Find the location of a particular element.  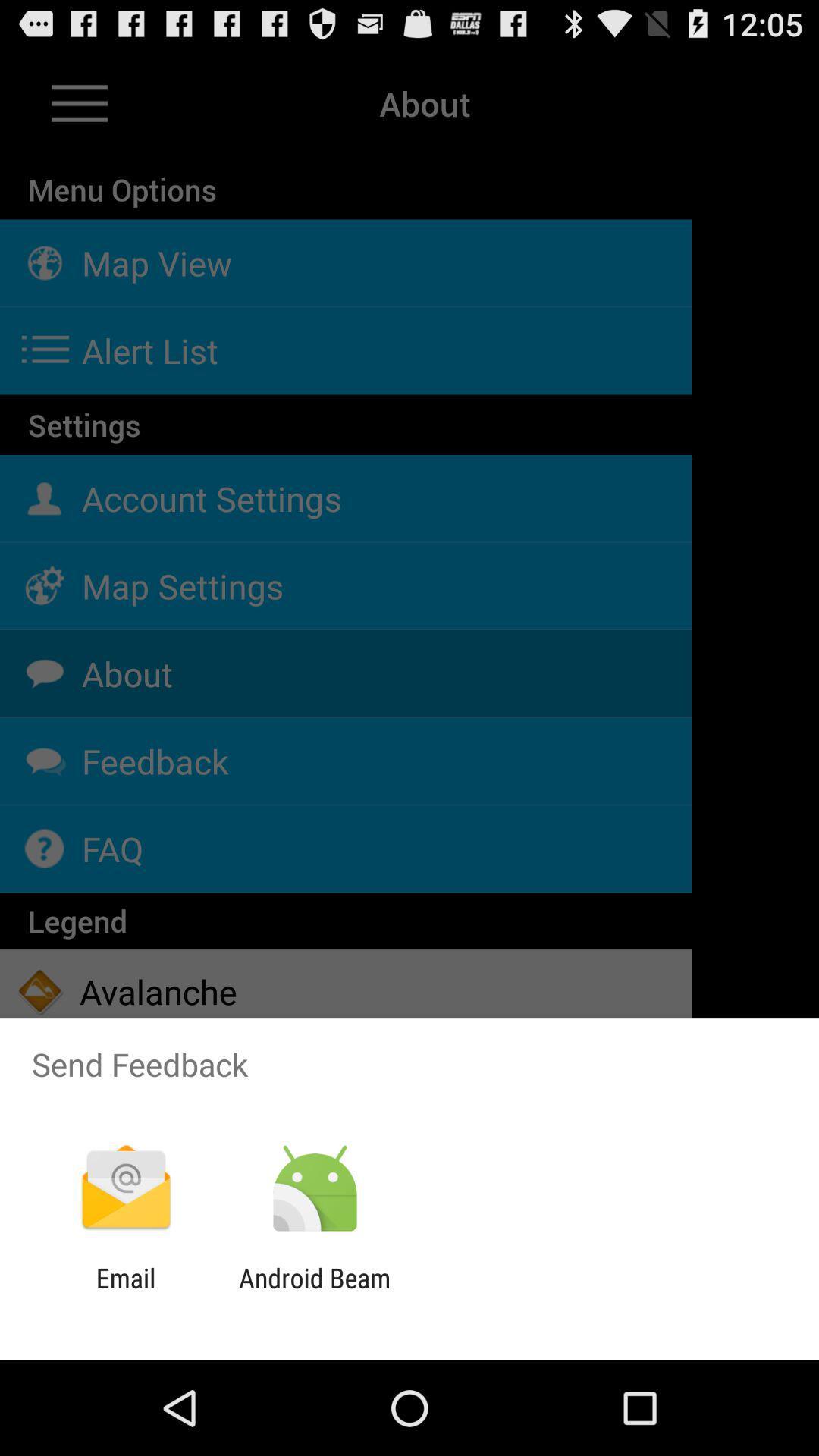

app next to the android beam is located at coordinates (125, 1293).